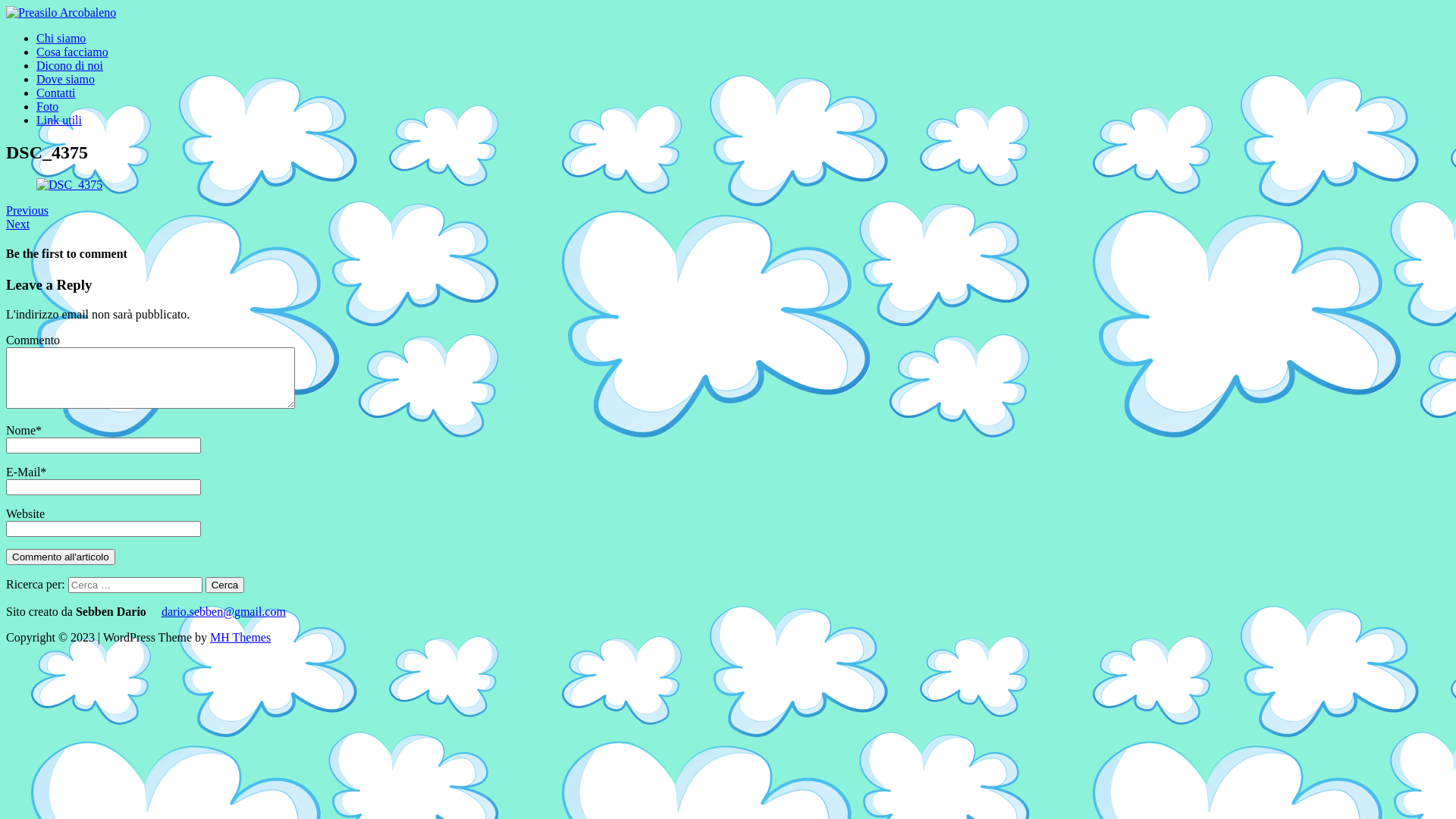 This screenshot has height=819, width=1456. Describe the element at coordinates (64, 79) in the screenshot. I see `'Dove siamo'` at that location.